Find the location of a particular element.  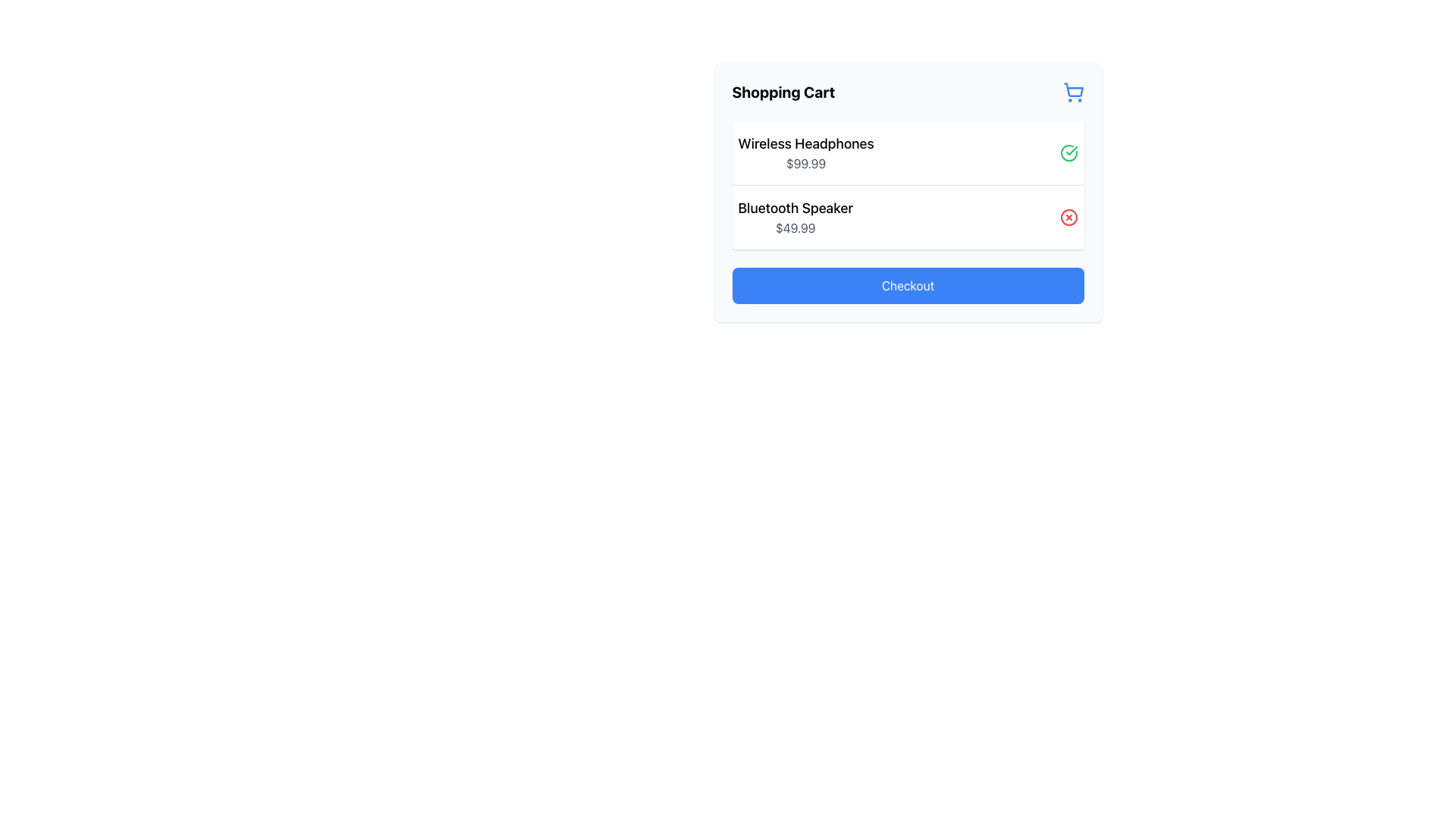

the static text label displaying the price '$99.99', which is styled in light gray and positioned under the 'Wireless Headphones' title is located at coordinates (805, 164).